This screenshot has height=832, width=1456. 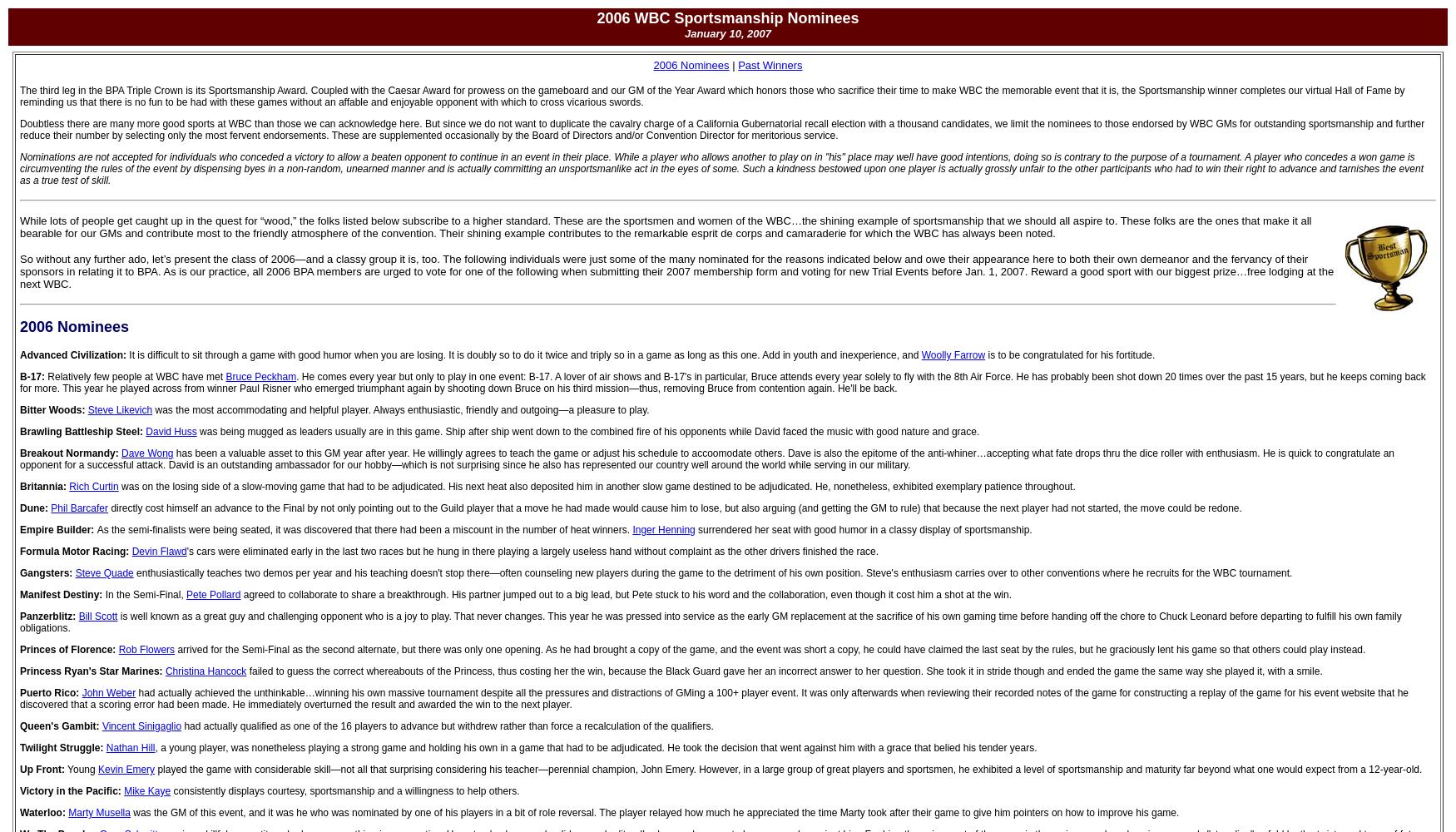 What do you see at coordinates (135, 376) in the screenshot?
I see `'Relatively few people at WBC have met'` at bounding box center [135, 376].